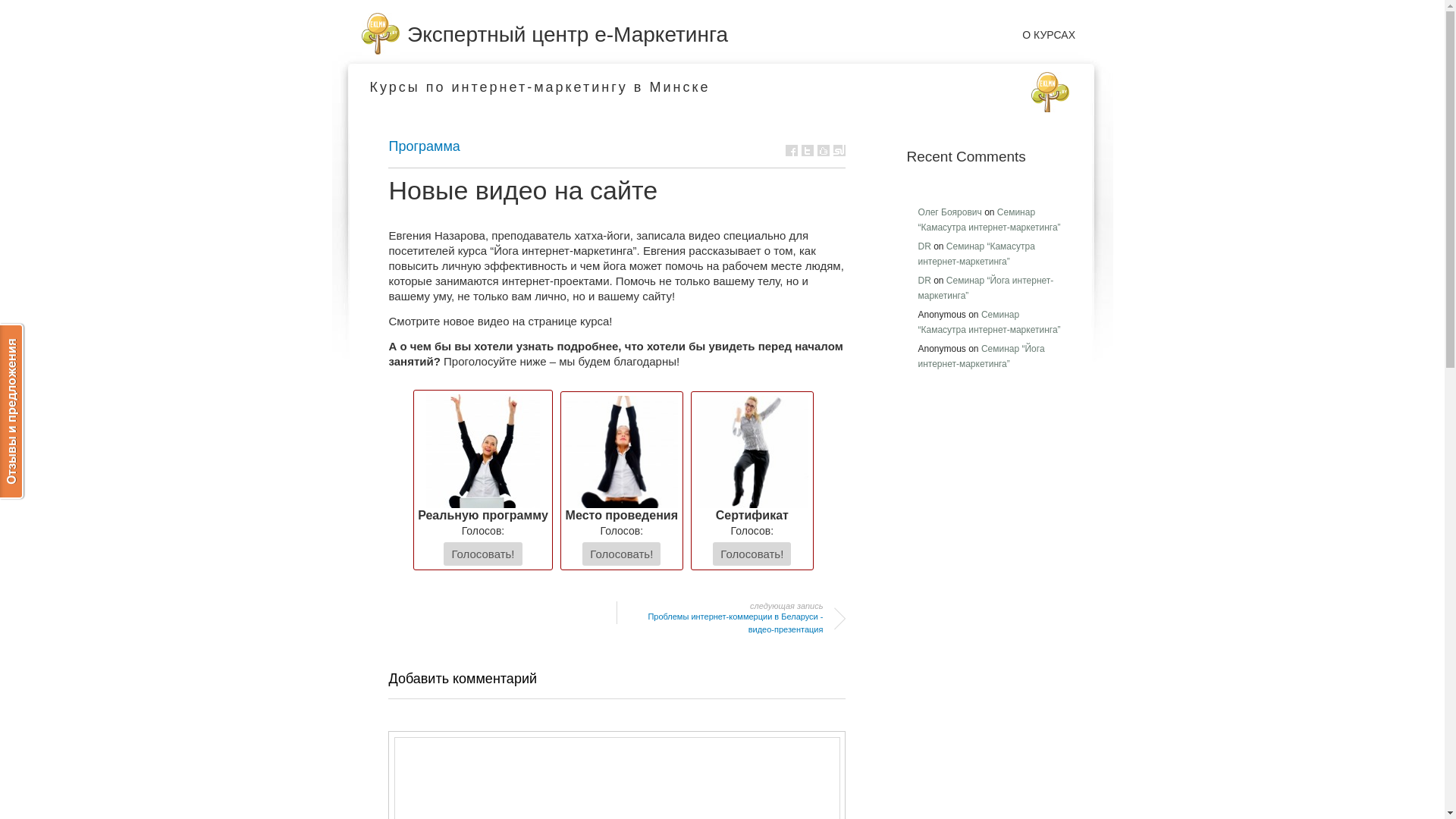 This screenshot has width=1456, height=819. Describe the element at coordinates (923, 245) in the screenshot. I see `'DR'` at that location.